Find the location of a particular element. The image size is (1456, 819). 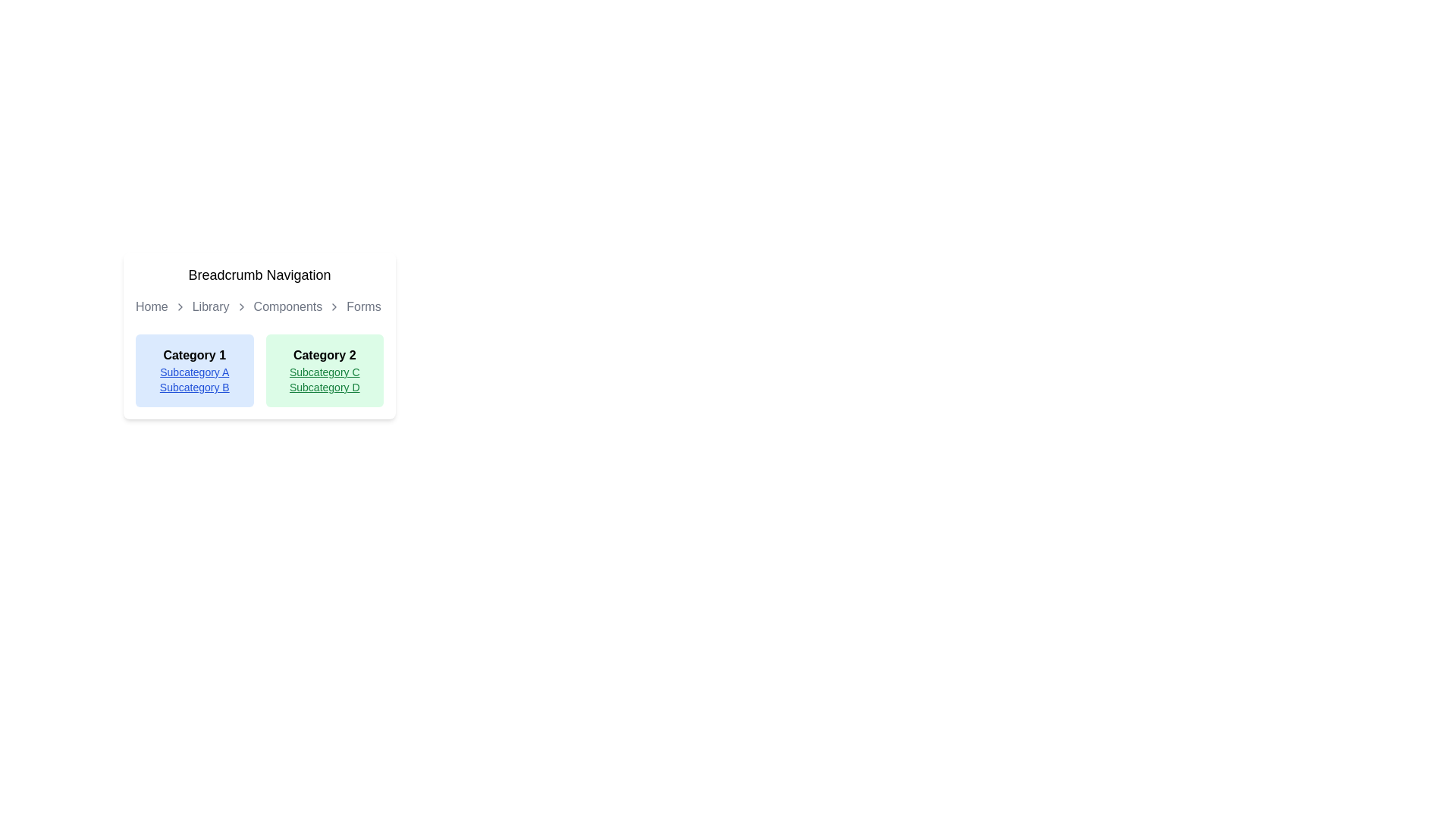

the 'Library' text link within the breadcrumb navigation component is located at coordinates (210, 307).